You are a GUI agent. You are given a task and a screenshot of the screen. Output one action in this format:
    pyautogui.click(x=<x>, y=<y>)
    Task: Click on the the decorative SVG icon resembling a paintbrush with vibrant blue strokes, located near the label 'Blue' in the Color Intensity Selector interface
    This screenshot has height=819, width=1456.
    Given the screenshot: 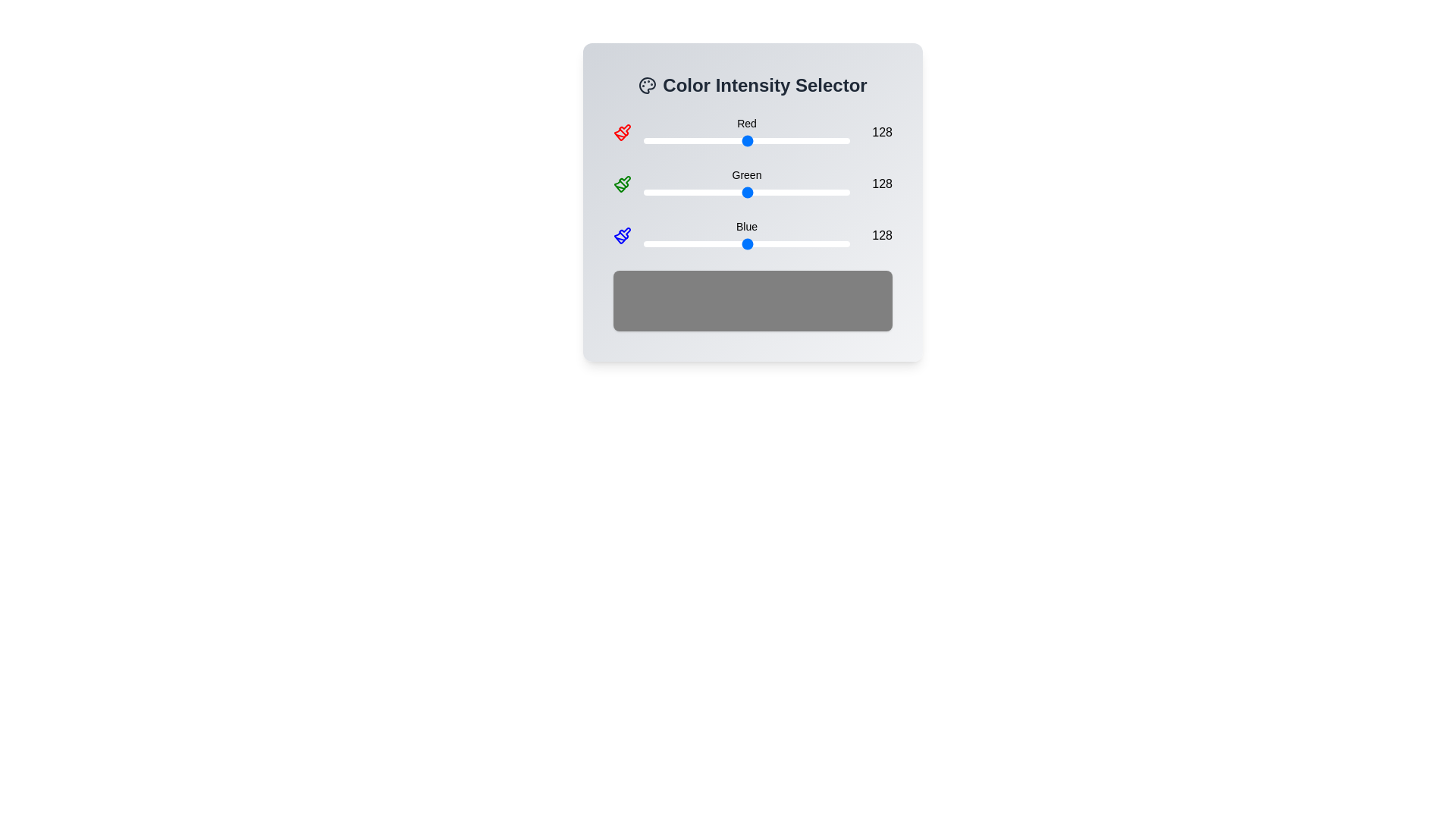 What is the action you would take?
    pyautogui.click(x=625, y=233)
    